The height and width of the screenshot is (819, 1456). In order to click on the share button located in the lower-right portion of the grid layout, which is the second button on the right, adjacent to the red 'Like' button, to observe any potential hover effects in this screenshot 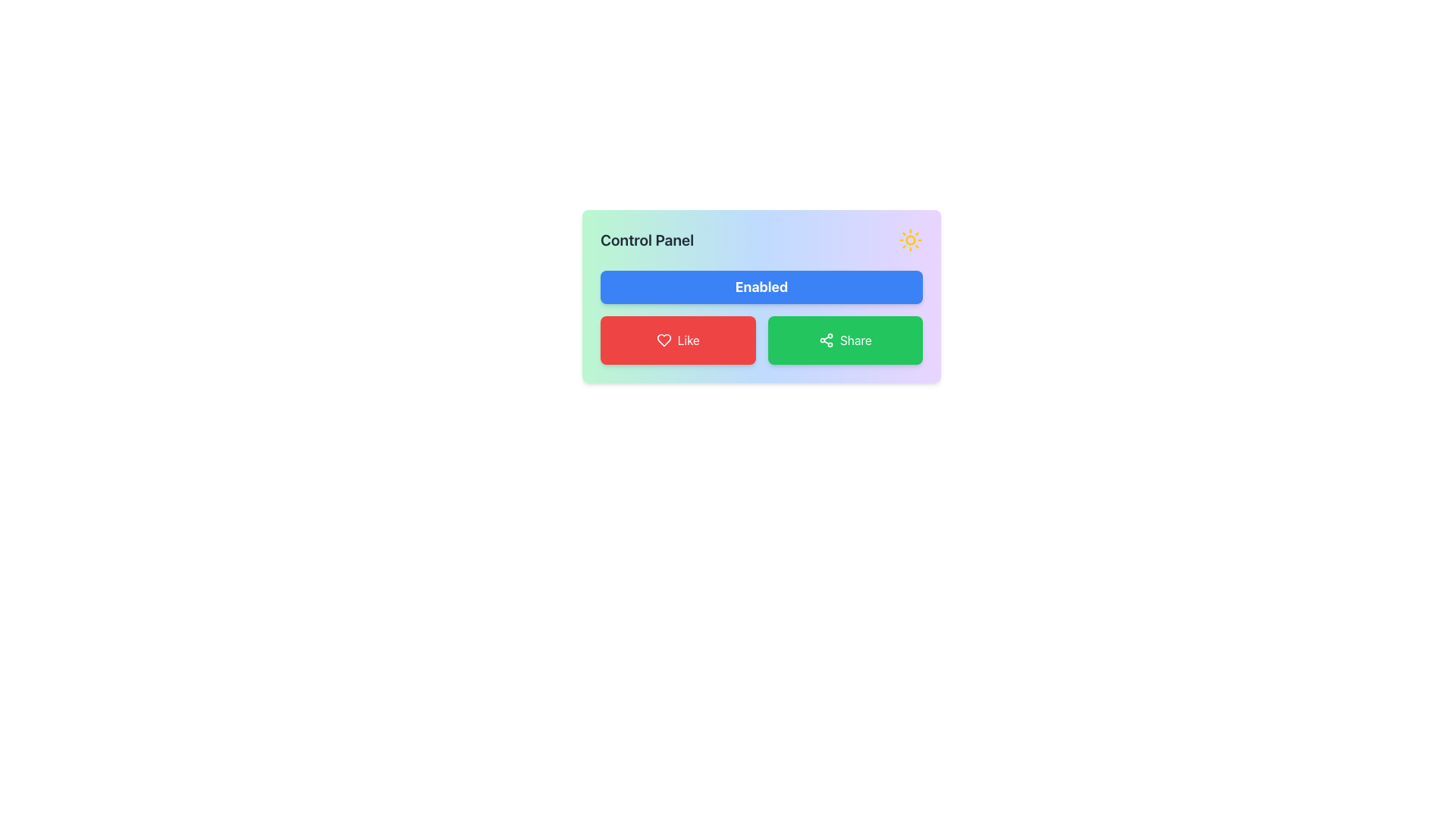, I will do `click(844, 339)`.